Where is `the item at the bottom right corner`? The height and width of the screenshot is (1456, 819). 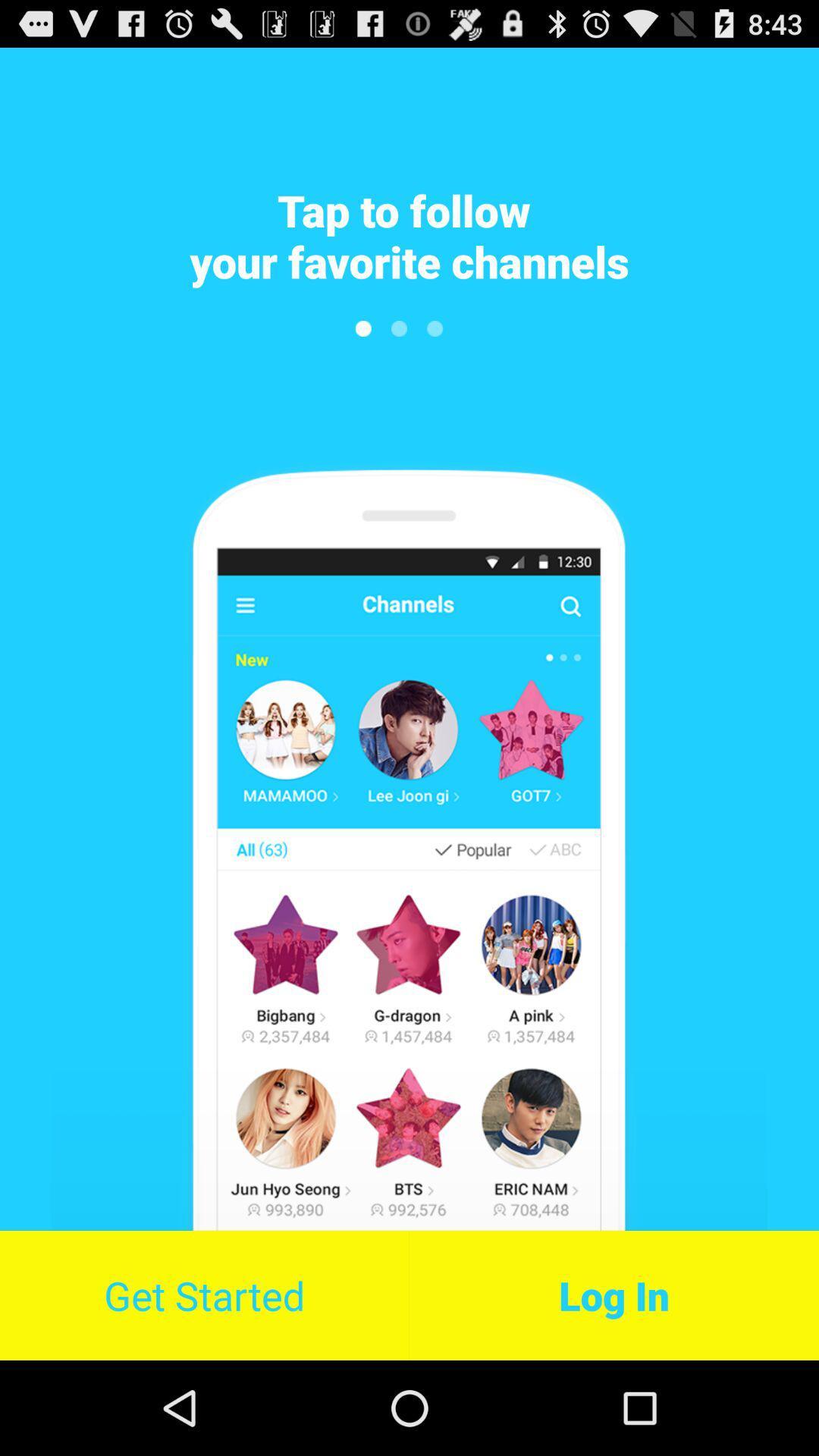
the item at the bottom right corner is located at coordinates (614, 1294).